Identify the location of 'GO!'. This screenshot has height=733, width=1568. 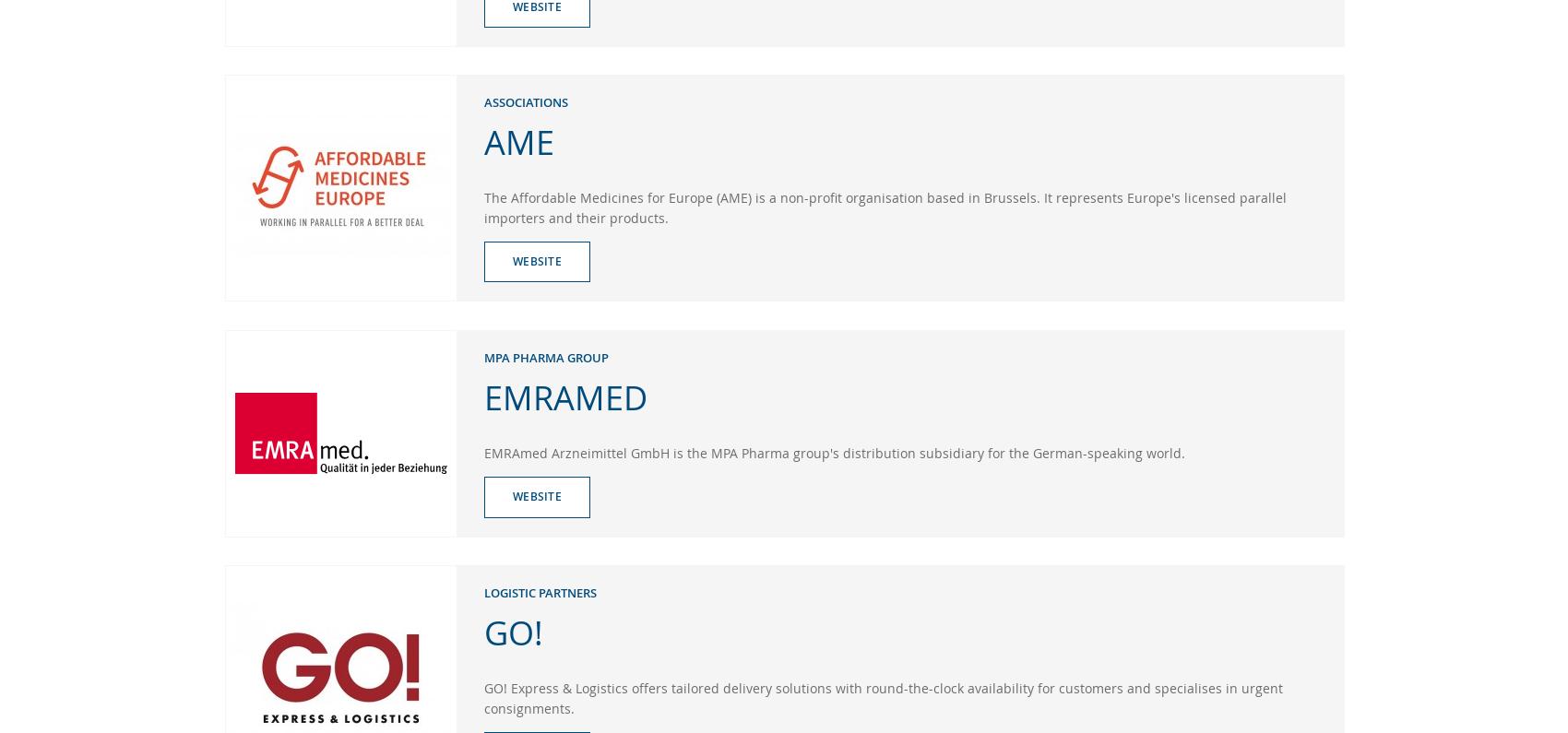
(512, 630).